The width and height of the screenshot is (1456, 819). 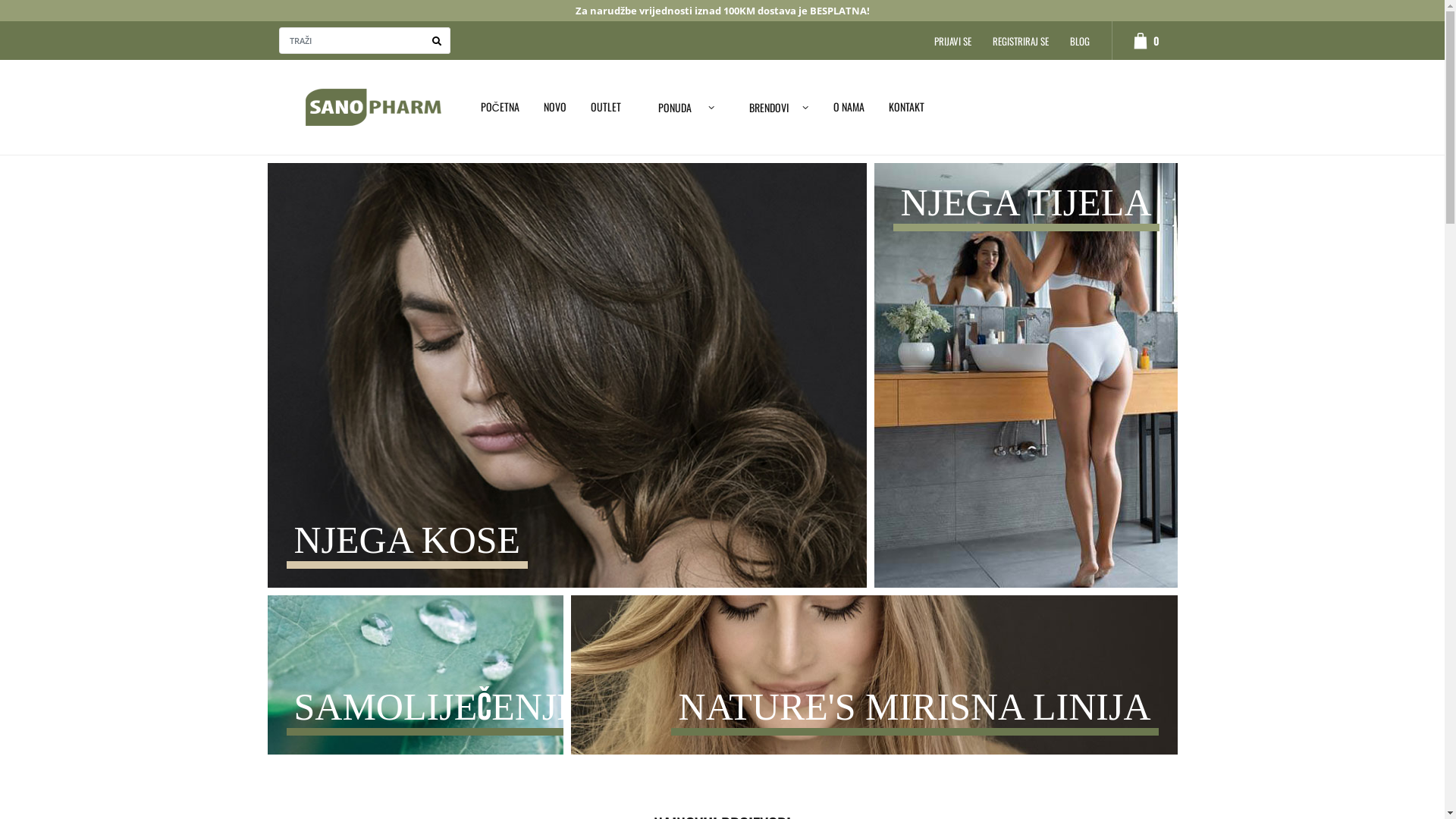 What do you see at coordinates (774, 106) in the screenshot?
I see `'BRENDOVI'` at bounding box center [774, 106].